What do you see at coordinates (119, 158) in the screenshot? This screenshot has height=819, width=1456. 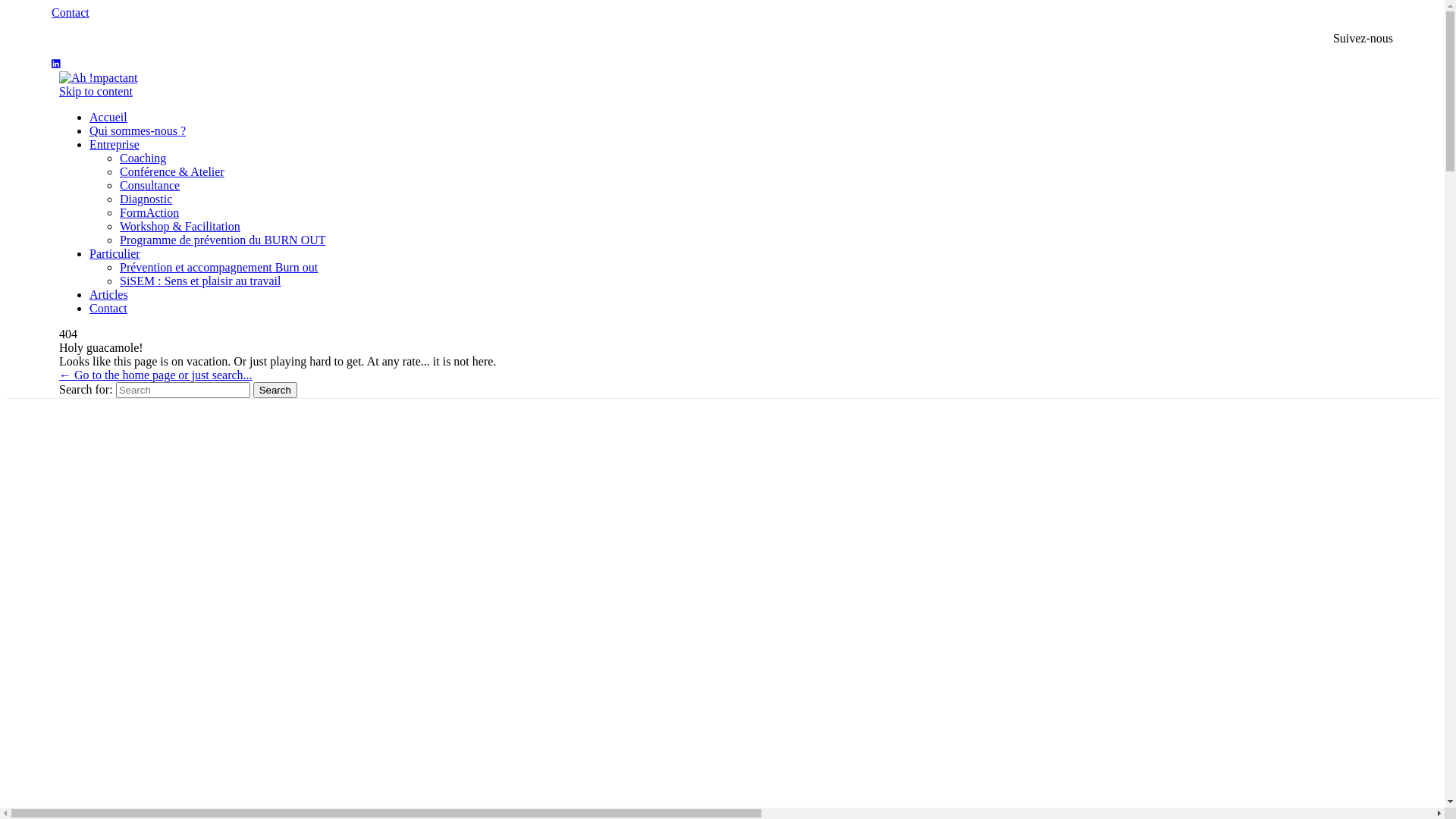 I see `'Coaching'` at bounding box center [119, 158].